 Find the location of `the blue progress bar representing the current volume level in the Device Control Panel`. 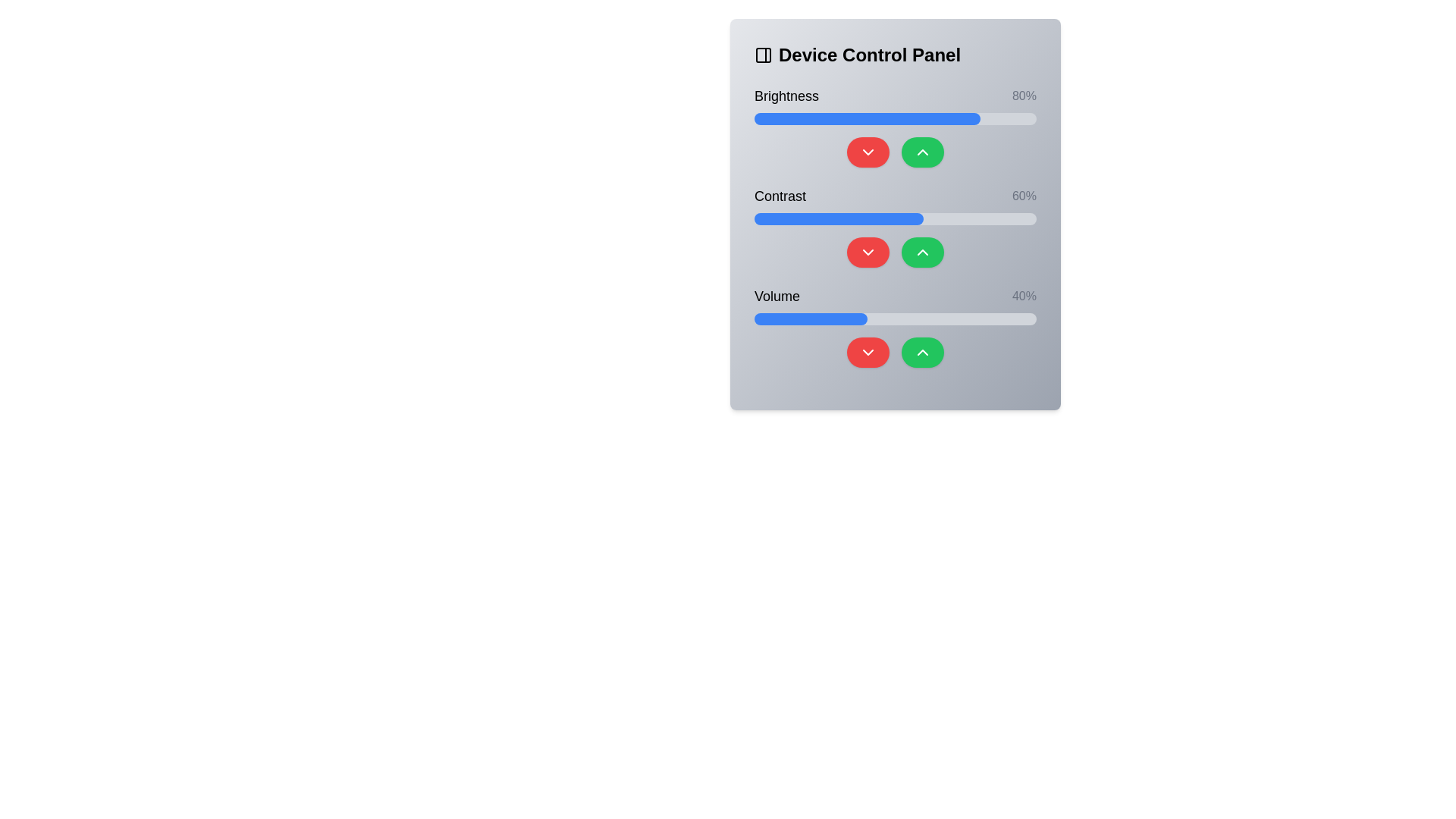

the blue progress bar representing the current volume level in the Device Control Panel is located at coordinates (810, 318).